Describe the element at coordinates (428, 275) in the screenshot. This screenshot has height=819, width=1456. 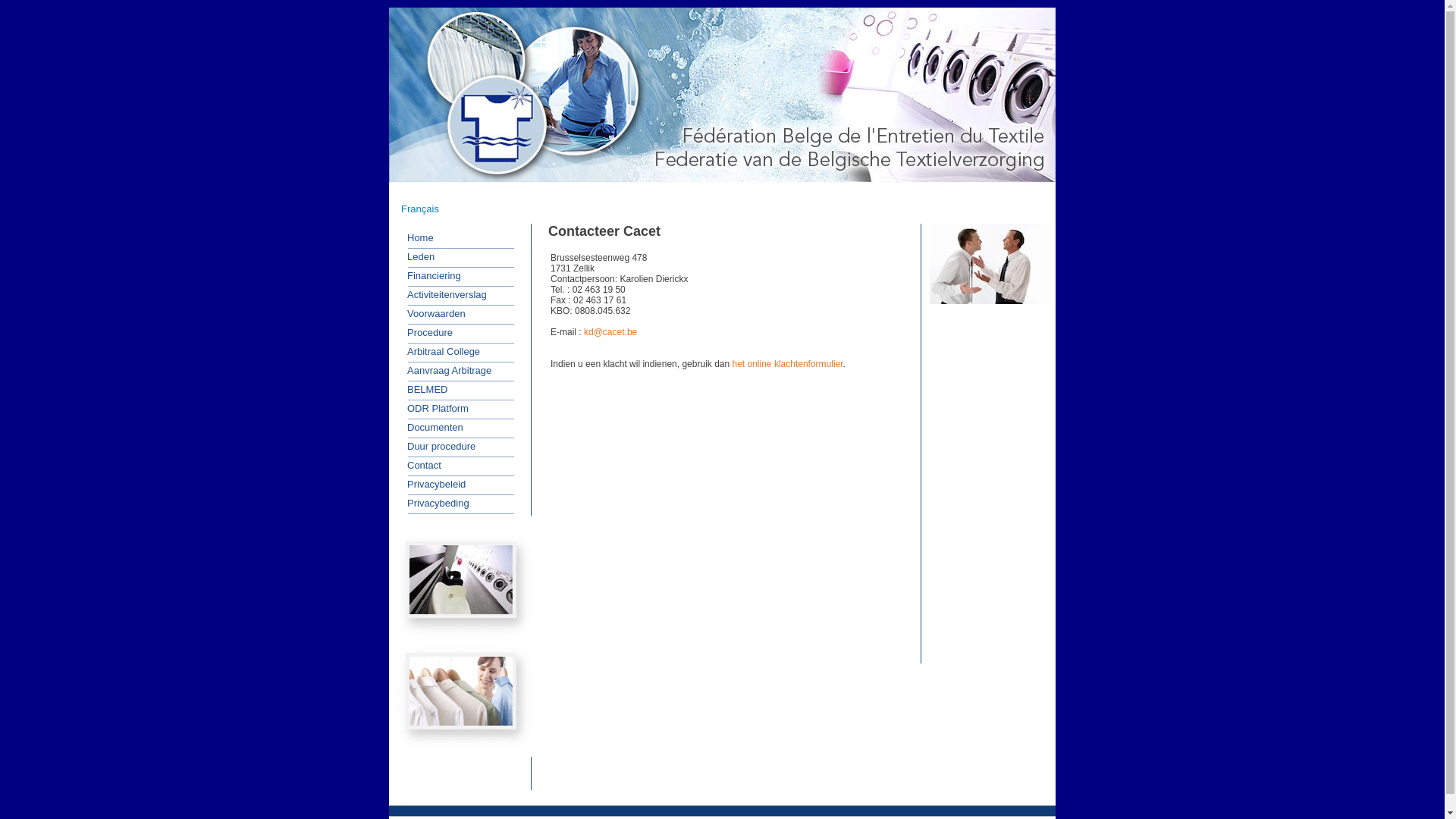
I see `'Financiering'` at that location.